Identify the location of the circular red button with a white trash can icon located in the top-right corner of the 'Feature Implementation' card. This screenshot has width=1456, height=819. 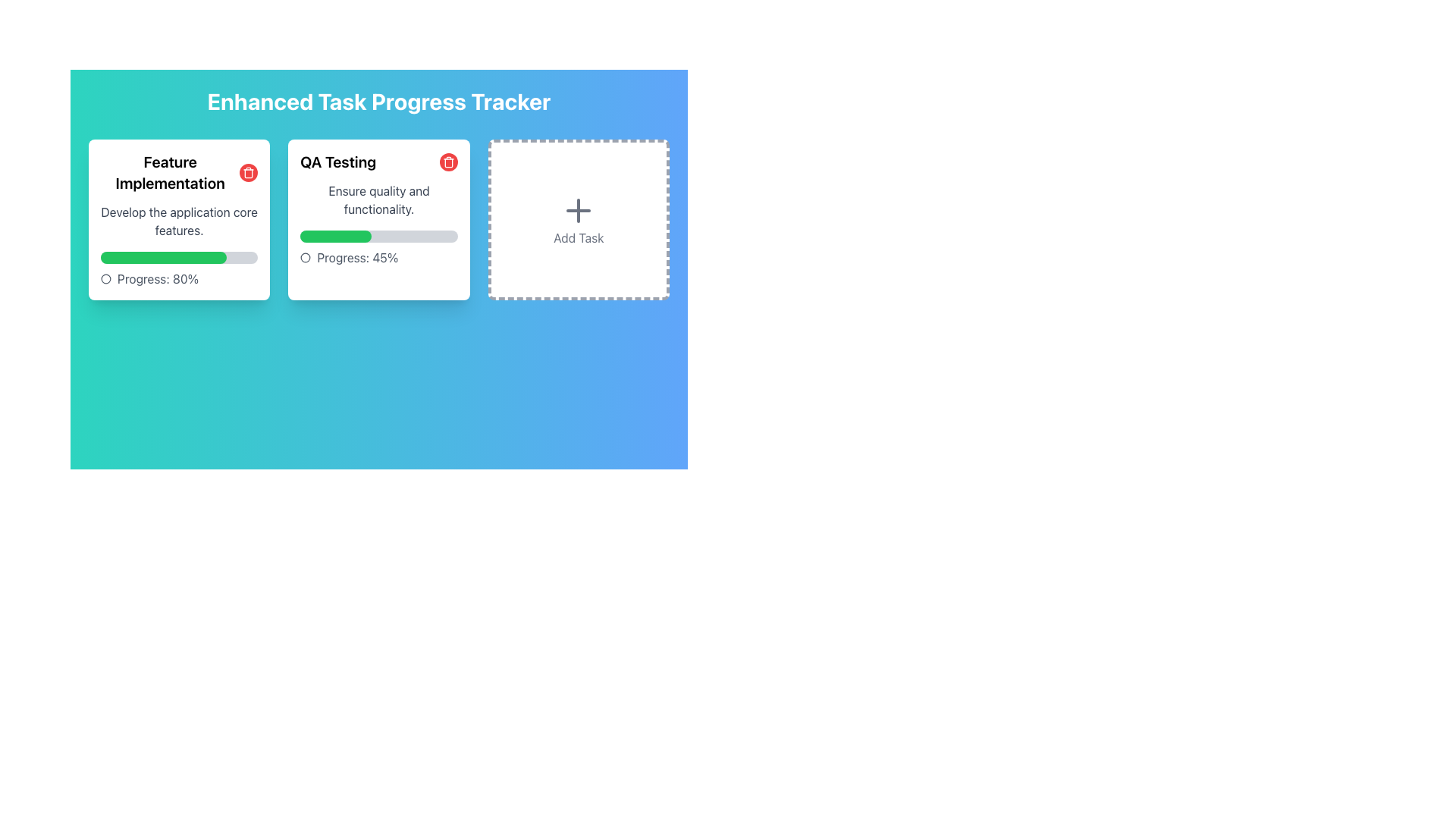
(249, 171).